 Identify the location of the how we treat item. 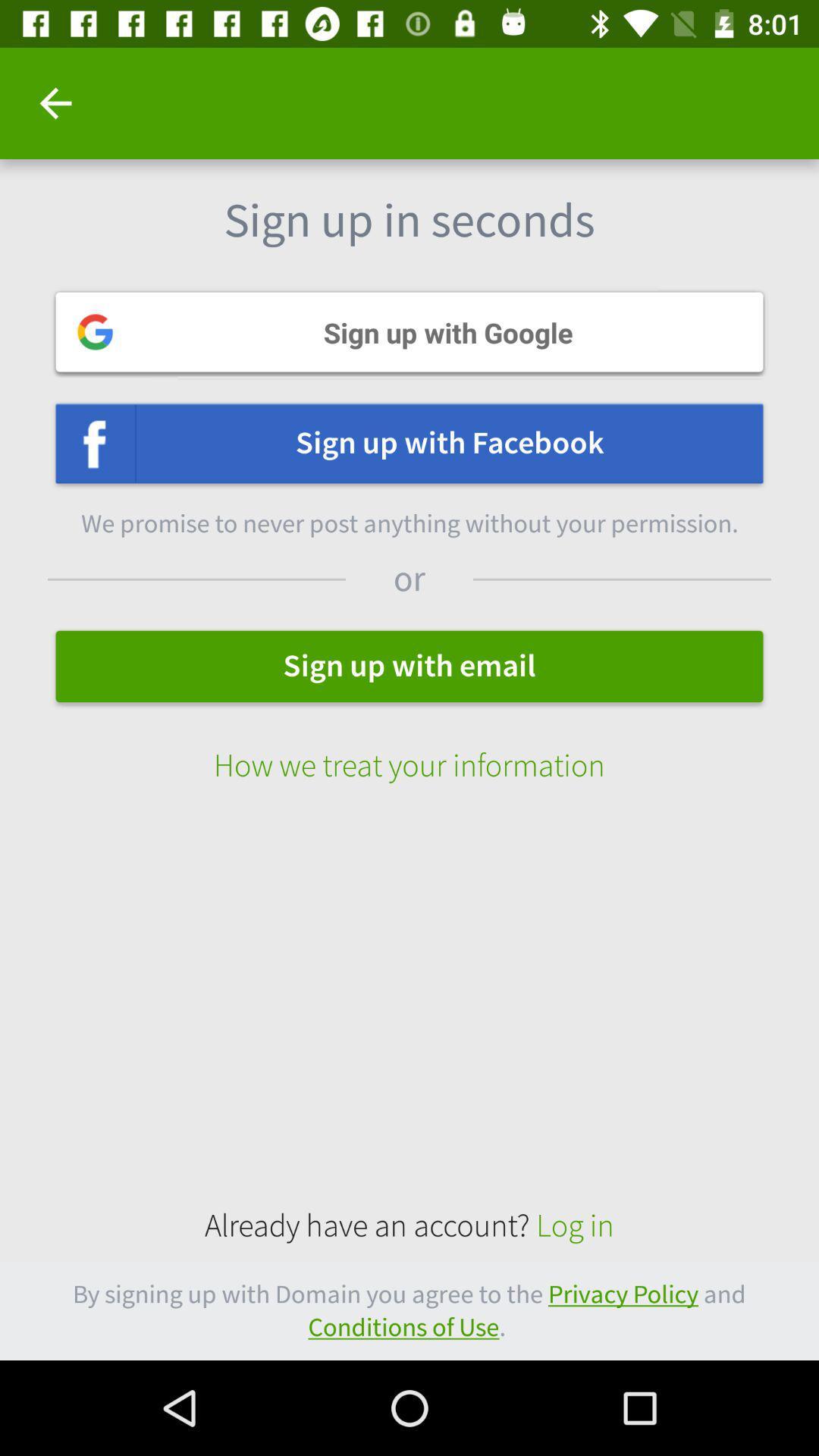
(409, 750).